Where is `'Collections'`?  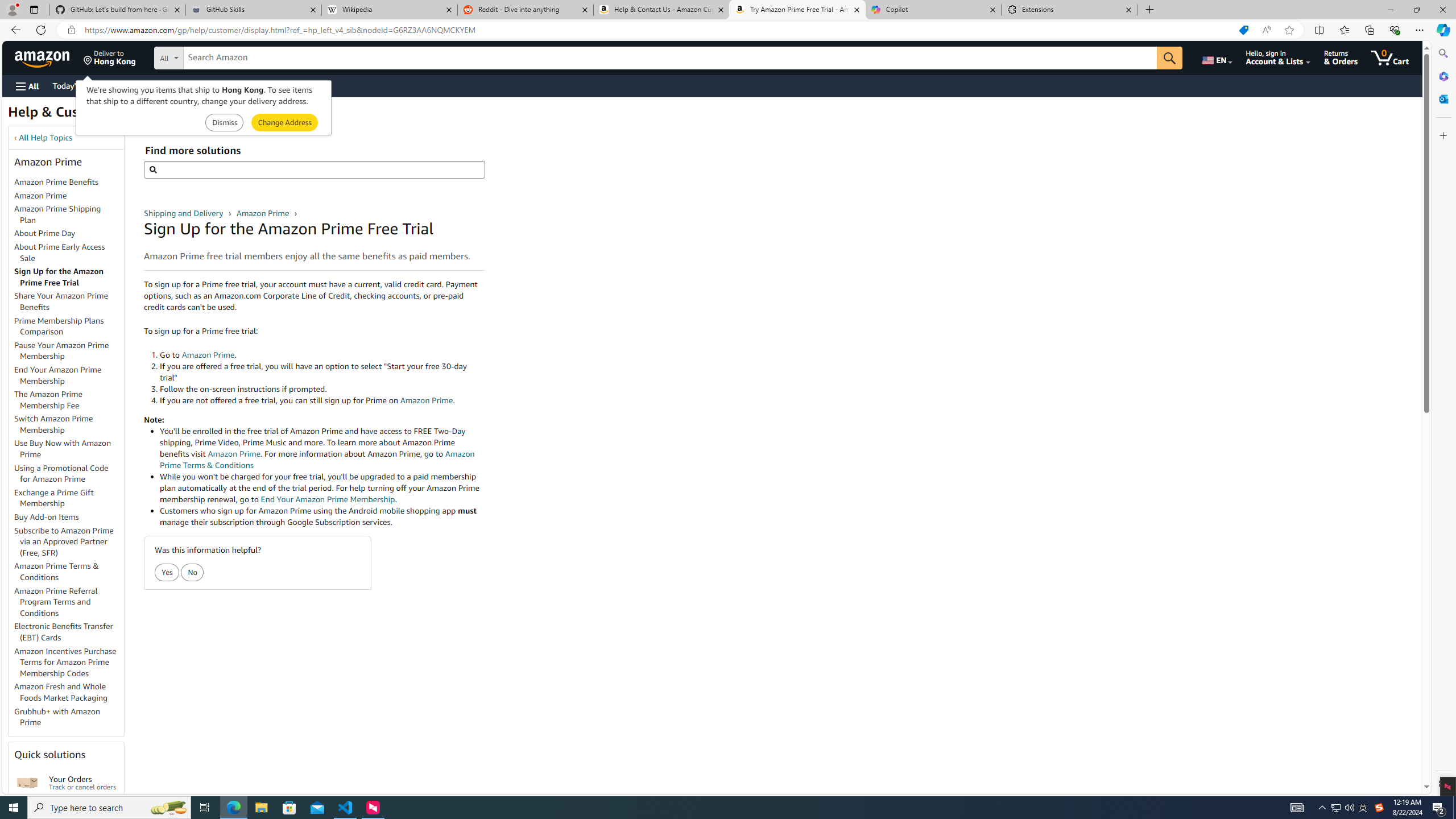
'Collections' is located at coordinates (1368, 29).